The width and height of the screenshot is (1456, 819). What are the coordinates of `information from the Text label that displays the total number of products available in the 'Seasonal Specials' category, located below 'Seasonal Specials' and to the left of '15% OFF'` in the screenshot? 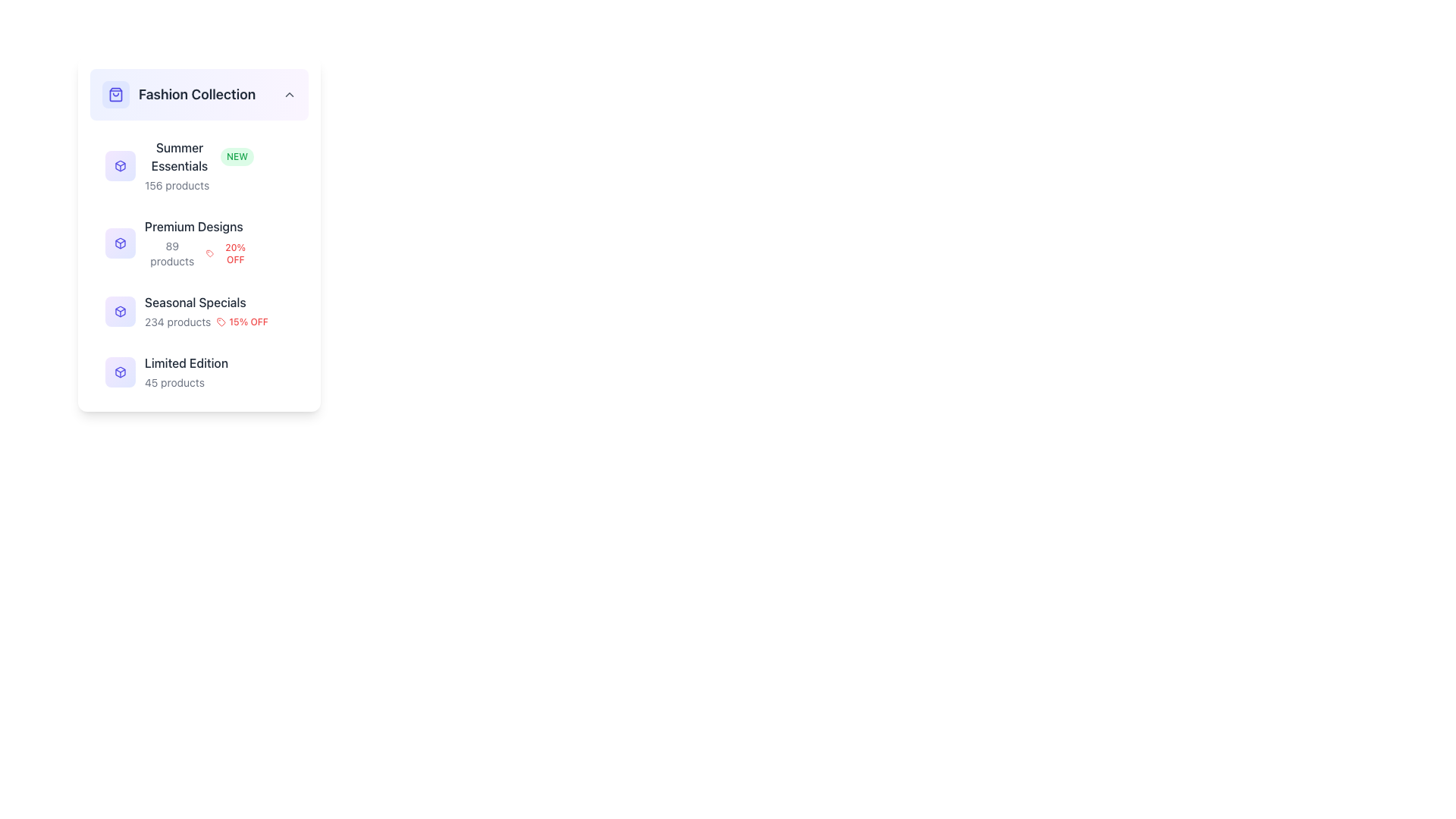 It's located at (177, 321).